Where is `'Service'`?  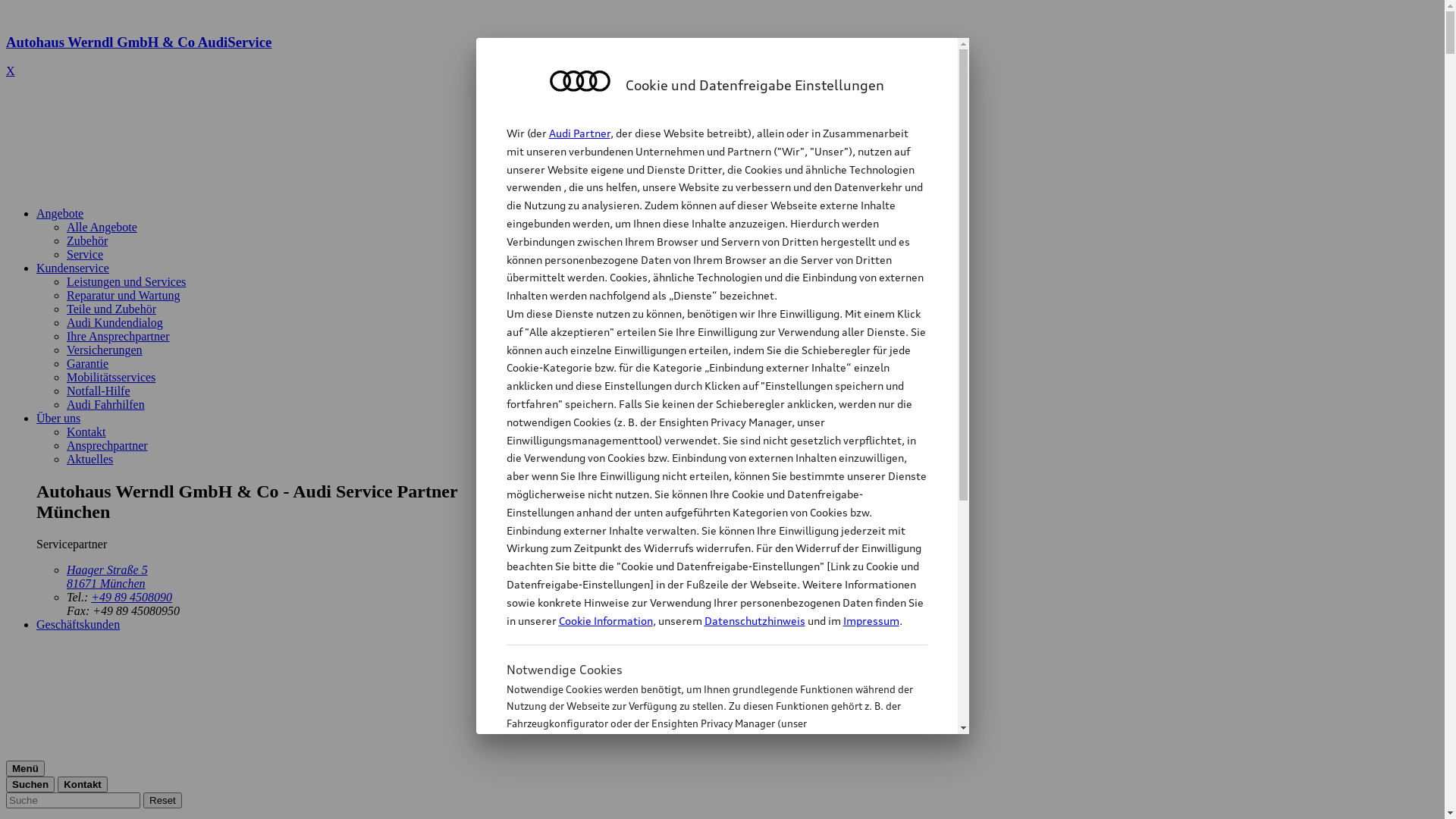 'Service' is located at coordinates (83, 253).